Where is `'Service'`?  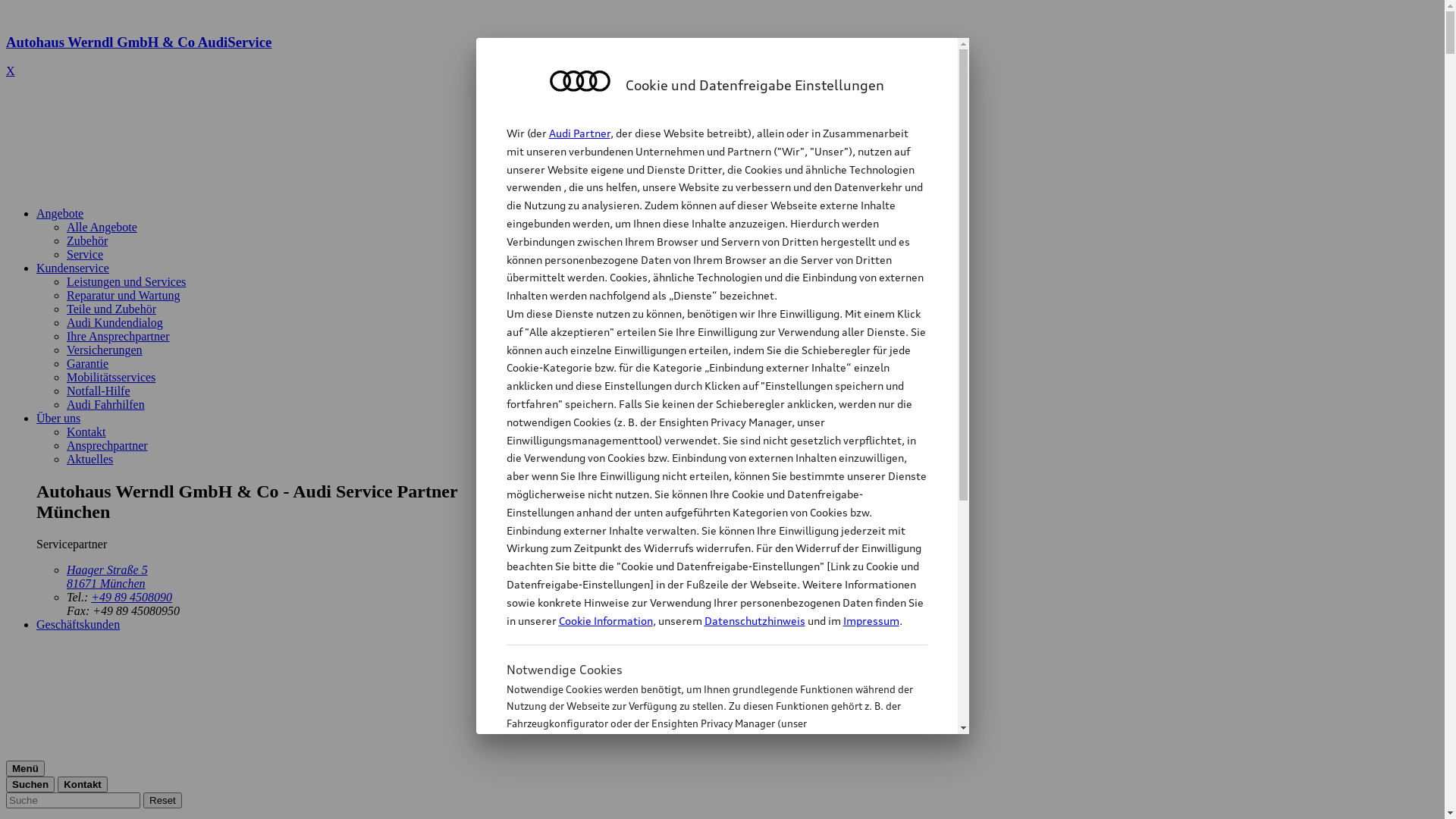 'Service' is located at coordinates (83, 253).